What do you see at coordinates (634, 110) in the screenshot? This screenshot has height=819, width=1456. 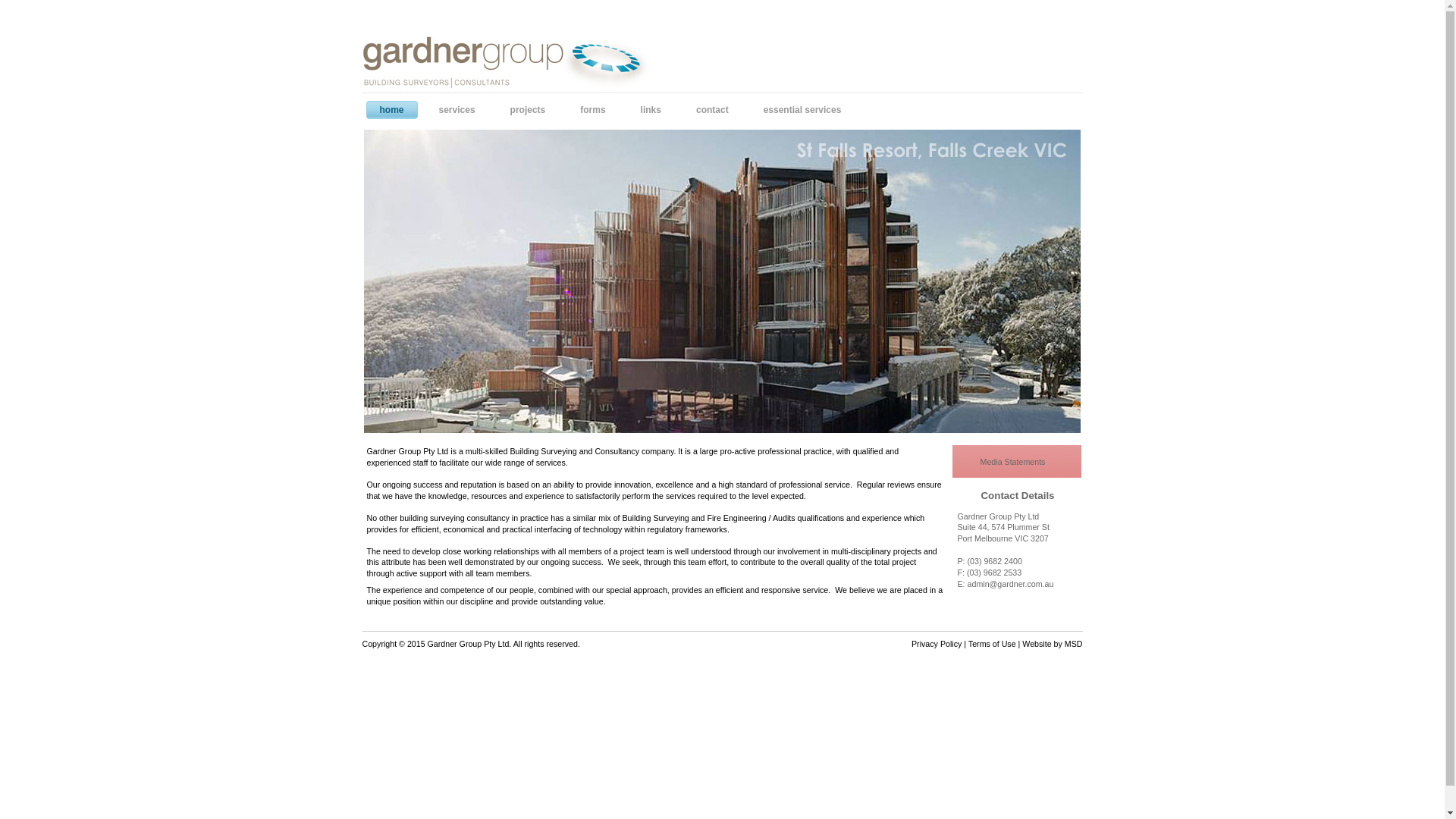 I see `'links'` at bounding box center [634, 110].